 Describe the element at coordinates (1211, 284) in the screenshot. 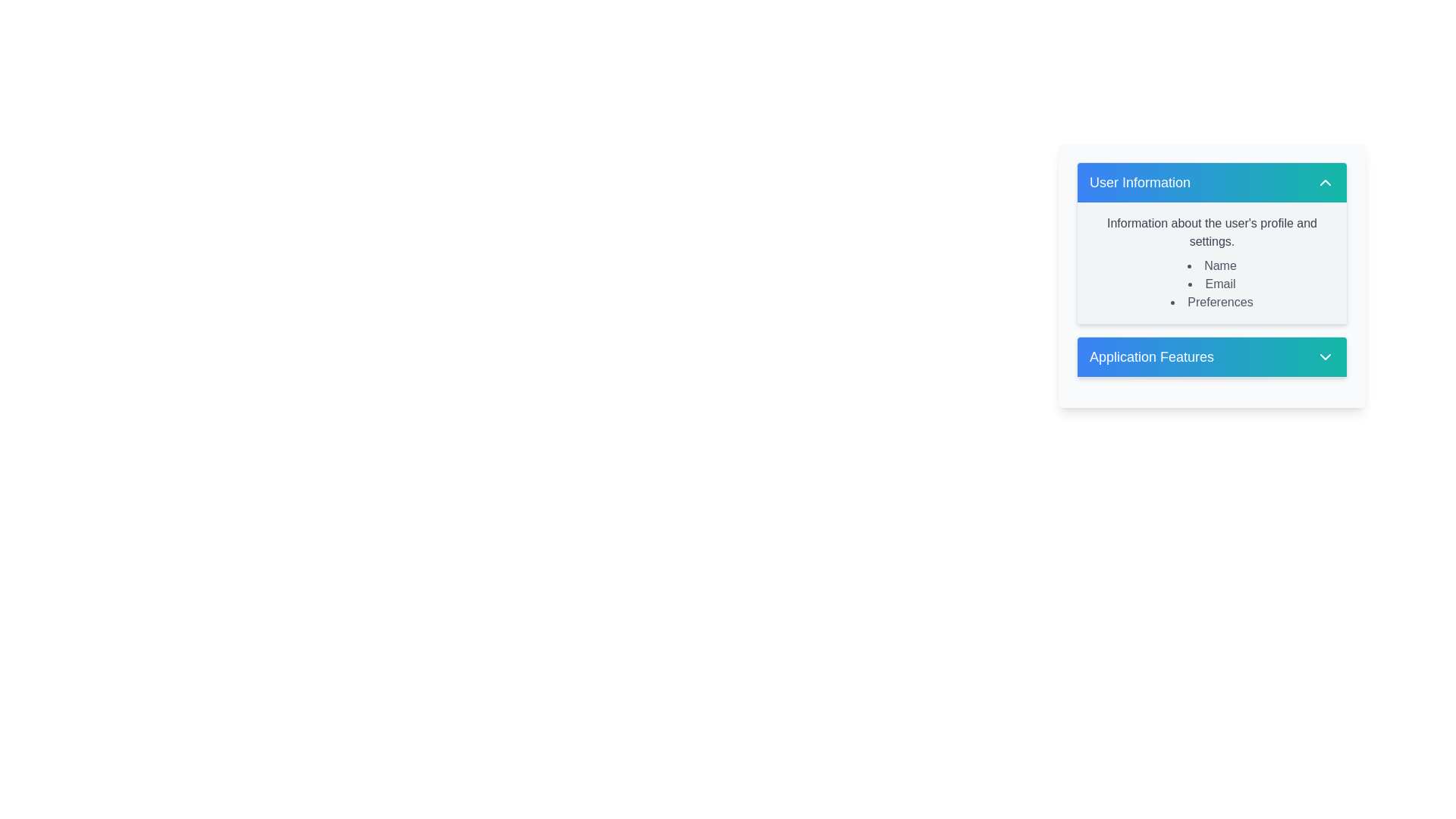

I see `the 'Email' text label, which is the second item in the vertical list of user profile information under the section labeled 'User Information'` at that location.